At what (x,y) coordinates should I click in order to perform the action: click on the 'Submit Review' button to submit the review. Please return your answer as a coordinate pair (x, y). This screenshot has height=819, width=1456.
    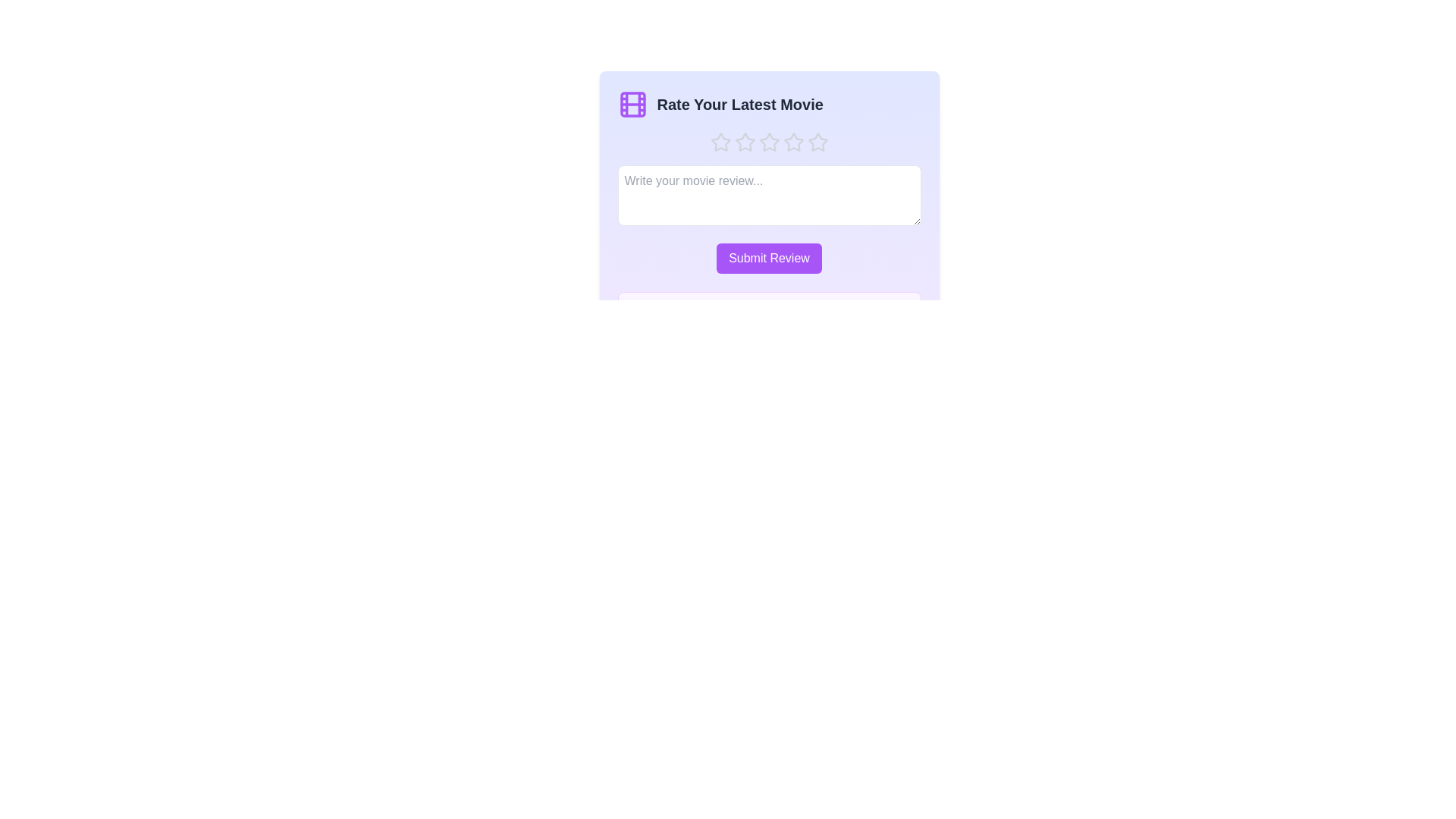
    Looking at the image, I should click on (768, 257).